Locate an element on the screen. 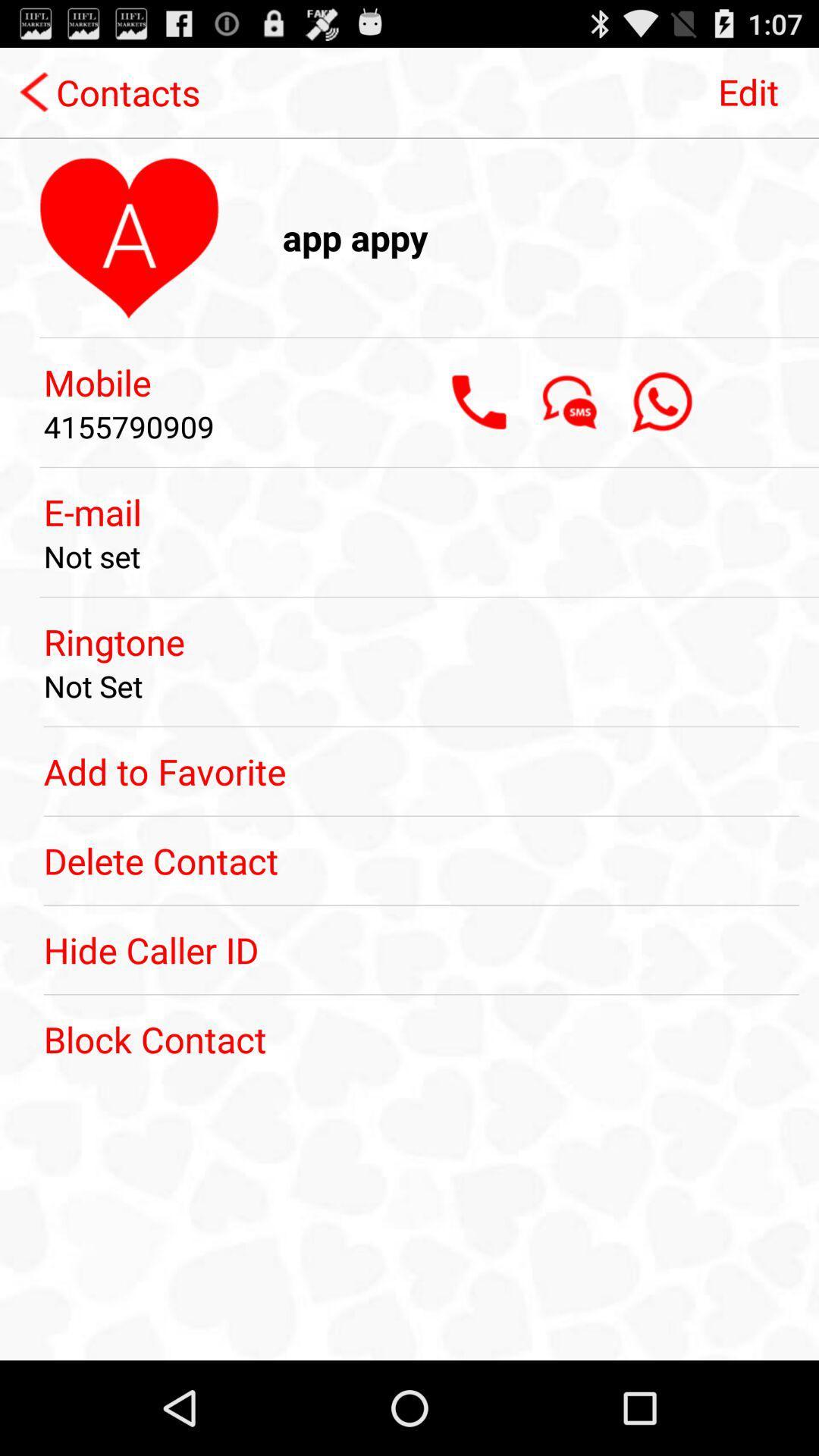 The height and width of the screenshot is (1456, 819). open chat is located at coordinates (570, 402).